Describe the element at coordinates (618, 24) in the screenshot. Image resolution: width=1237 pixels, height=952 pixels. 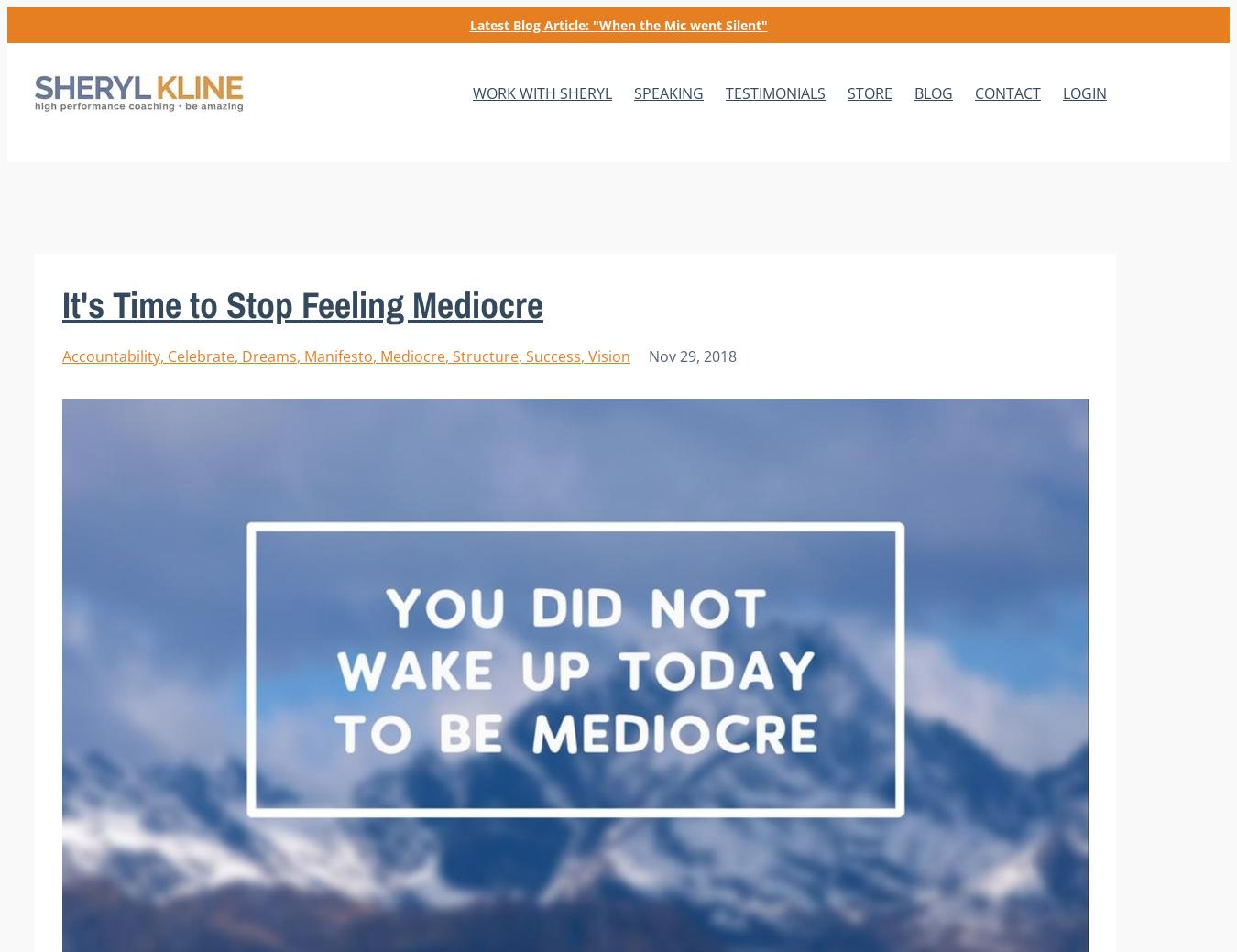
I see `'Latest Blog Article: "When the Mic went Silent"'` at that location.